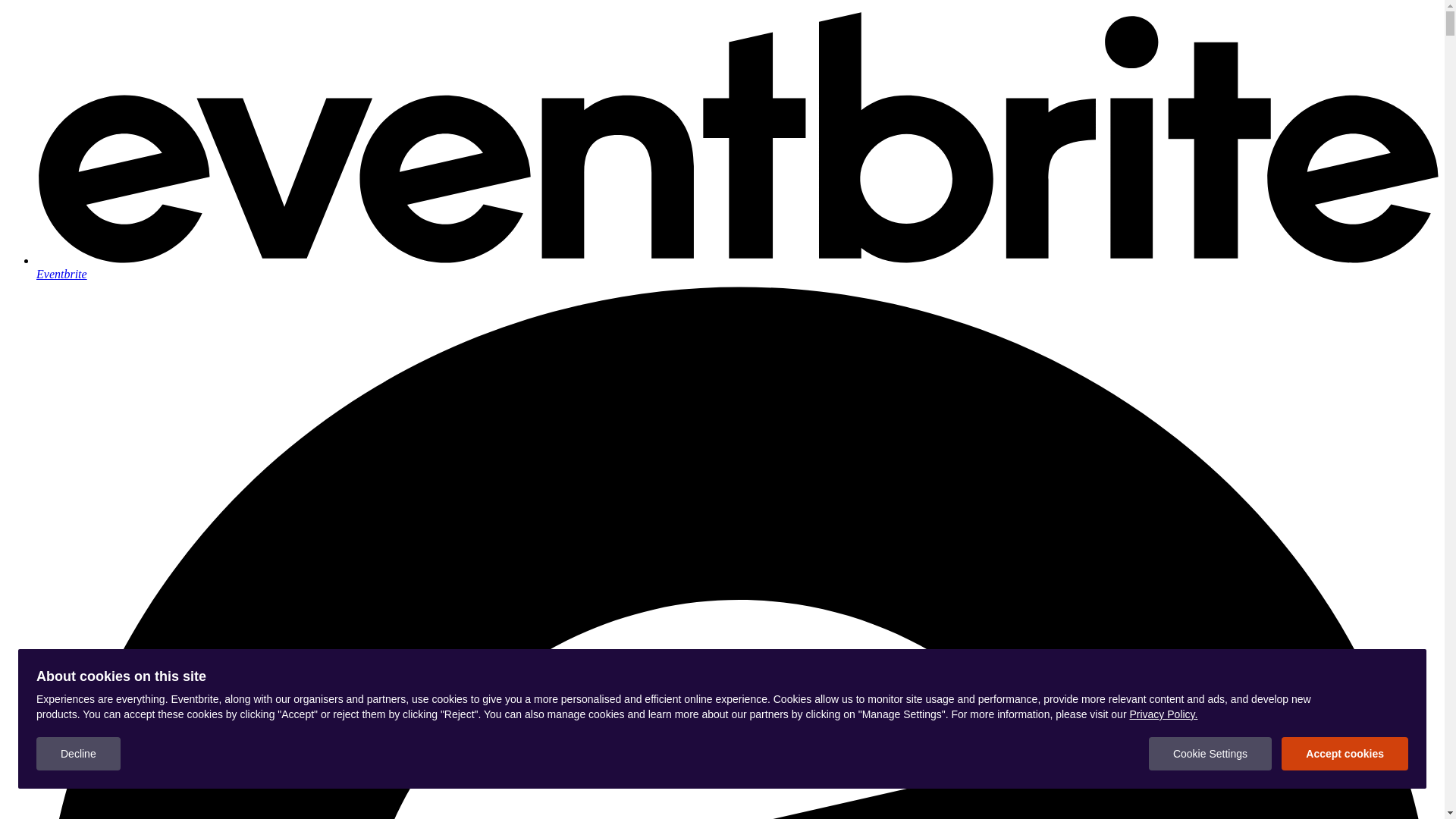  Describe the element at coordinates (1210, 754) in the screenshot. I see `'Cookie Settings'` at that location.